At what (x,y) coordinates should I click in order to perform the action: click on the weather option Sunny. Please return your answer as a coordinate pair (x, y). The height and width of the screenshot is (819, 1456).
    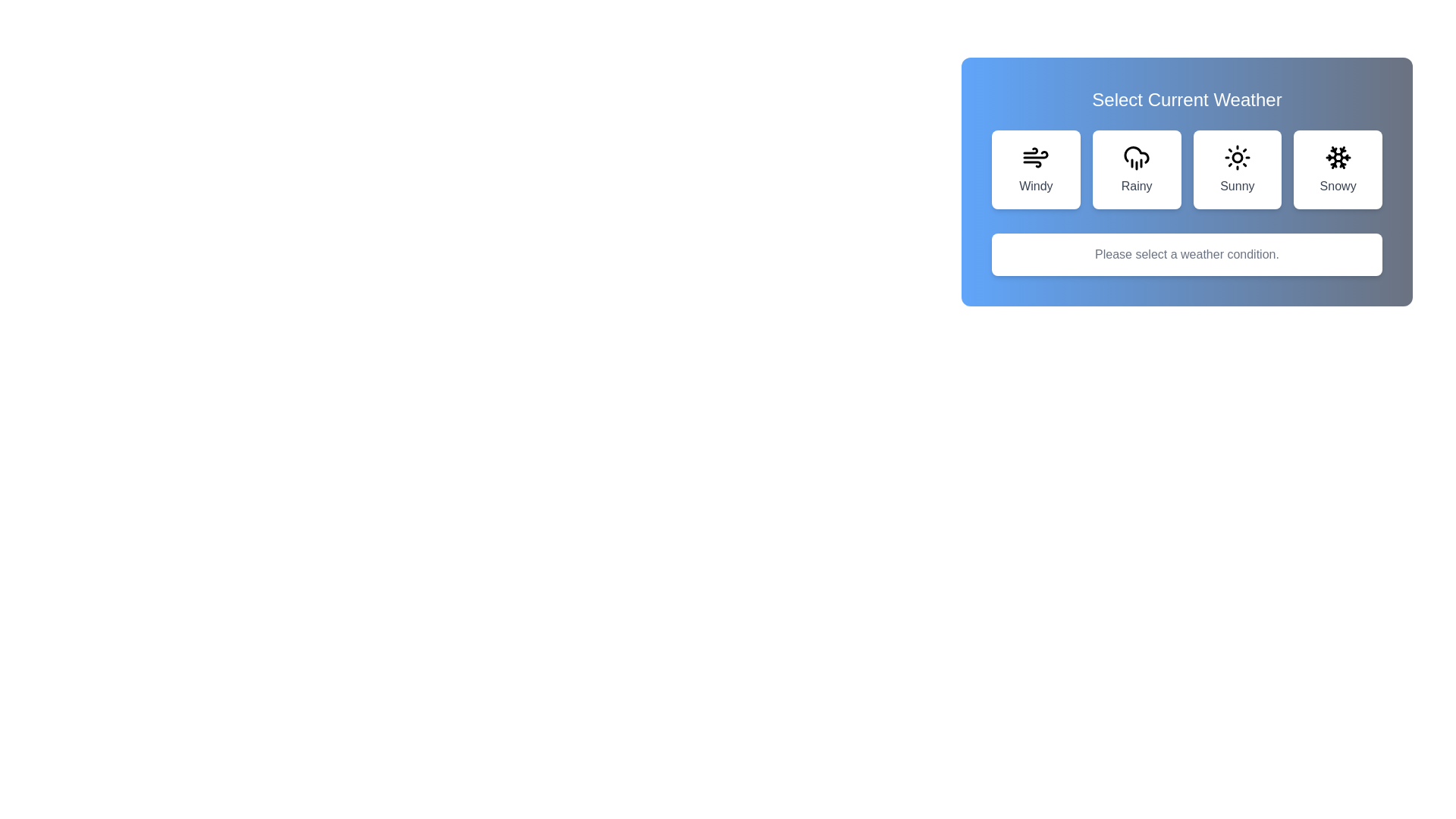
    Looking at the image, I should click on (1237, 169).